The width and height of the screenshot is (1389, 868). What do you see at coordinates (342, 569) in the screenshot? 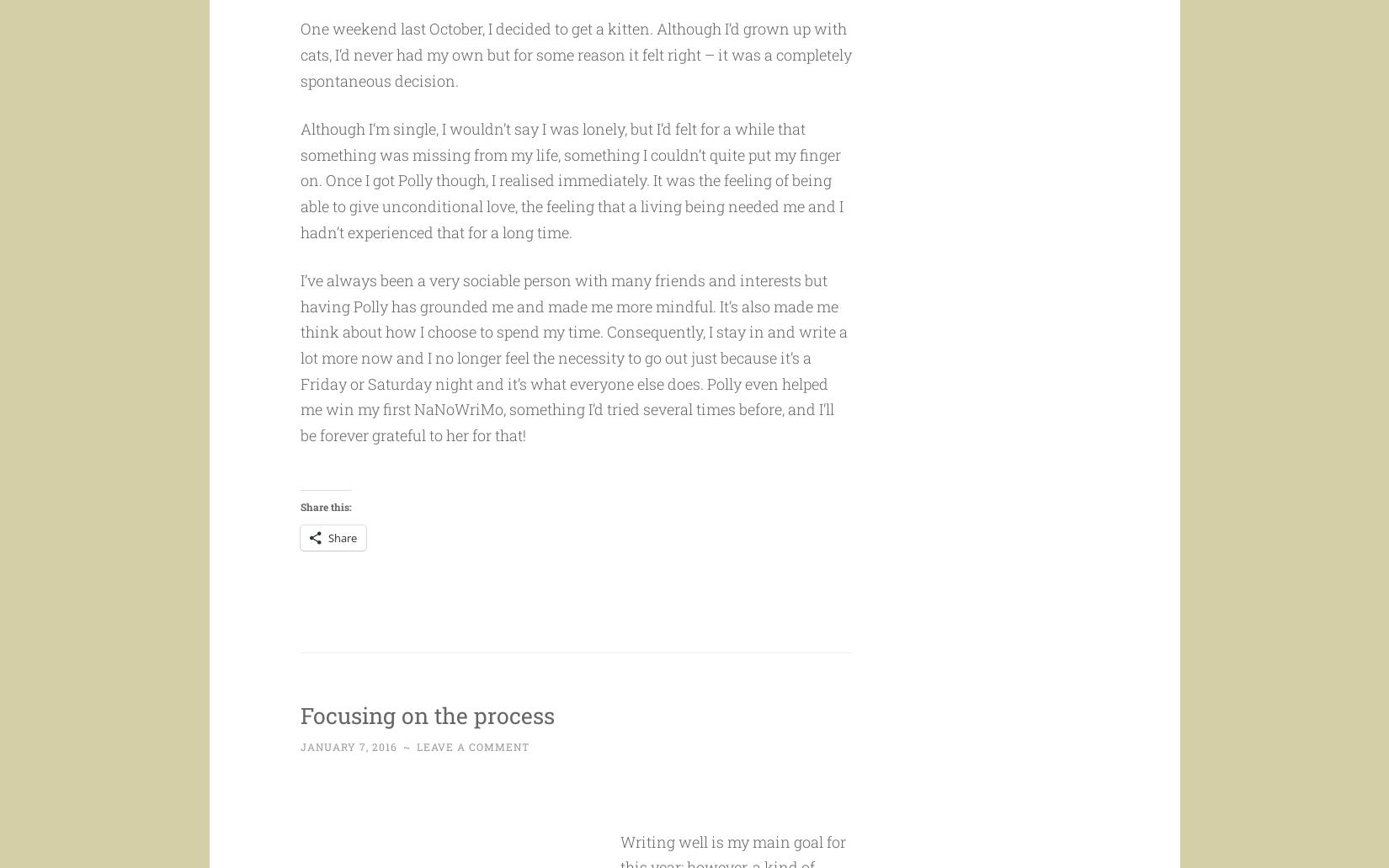
I see `'Share'` at bounding box center [342, 569].